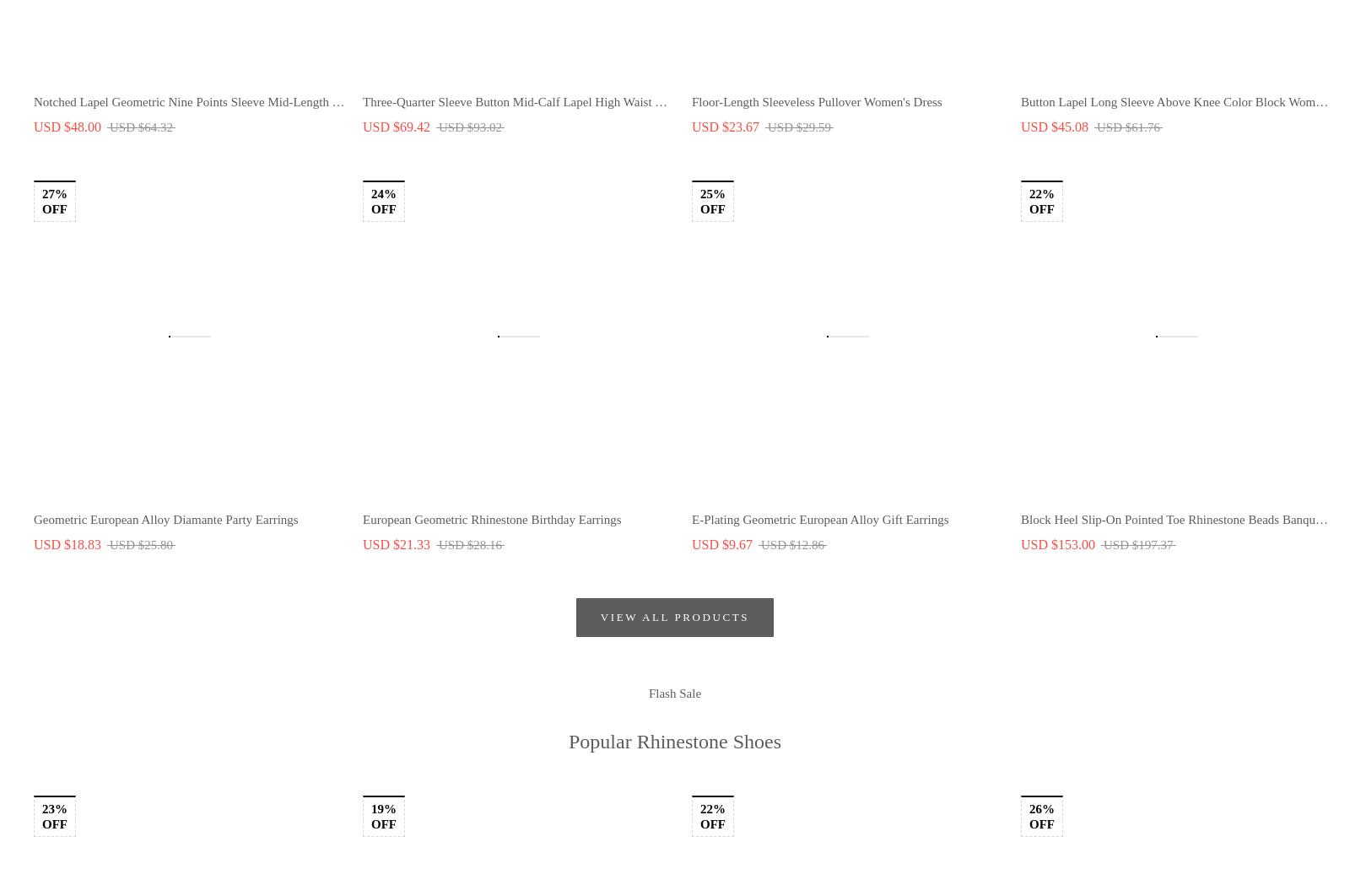 The height and width of the screenshot is (896, 1350). Describe the element at coordinates (117, 510) in the screenshot. I see `'TERMS AND CONDITIONS'` at that location.